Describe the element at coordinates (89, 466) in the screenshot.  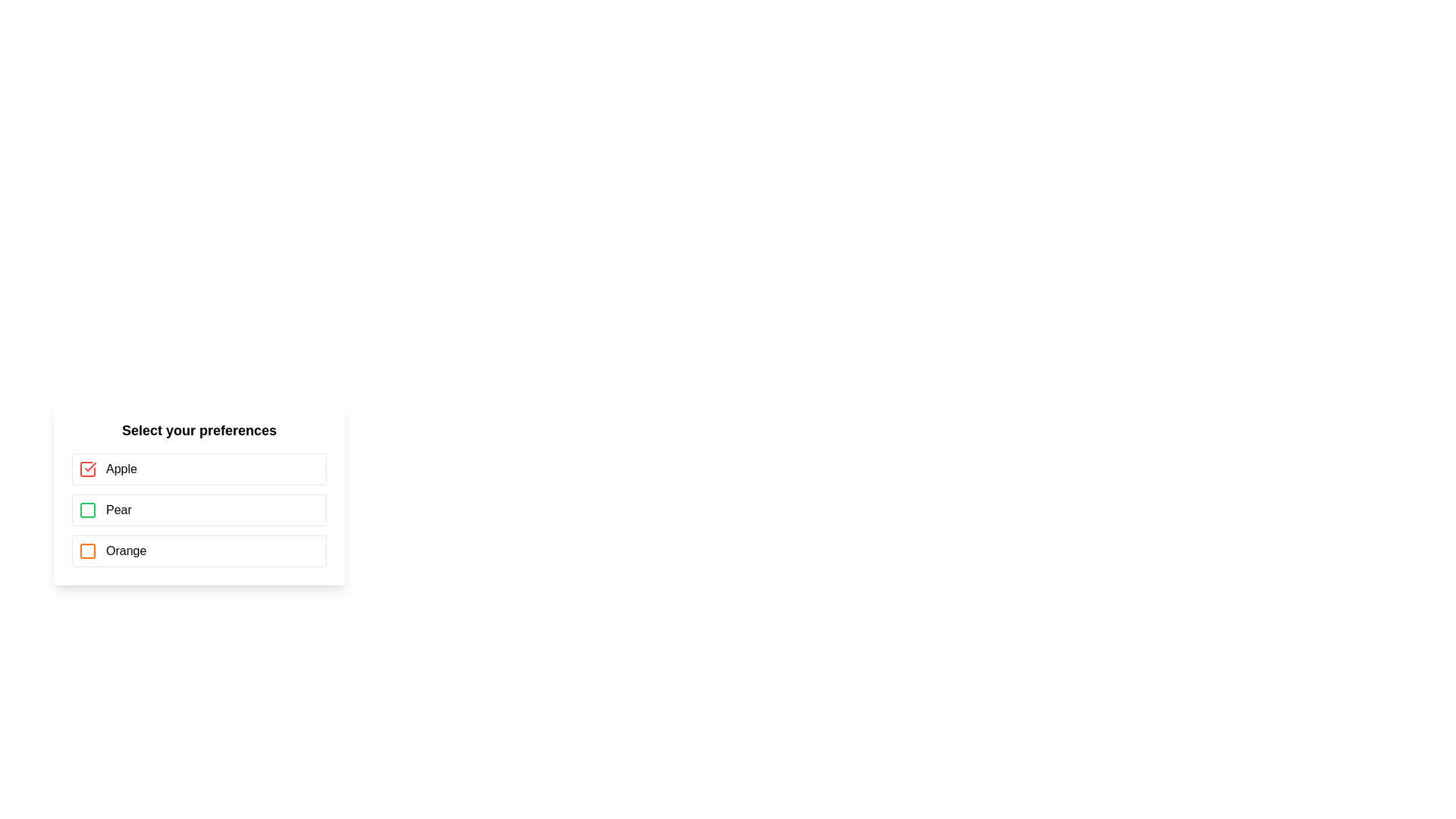
I see `the checkmark icon, which is a bold stroke tick shape within a red-colored checkbox indicating selection or validation` at that location.